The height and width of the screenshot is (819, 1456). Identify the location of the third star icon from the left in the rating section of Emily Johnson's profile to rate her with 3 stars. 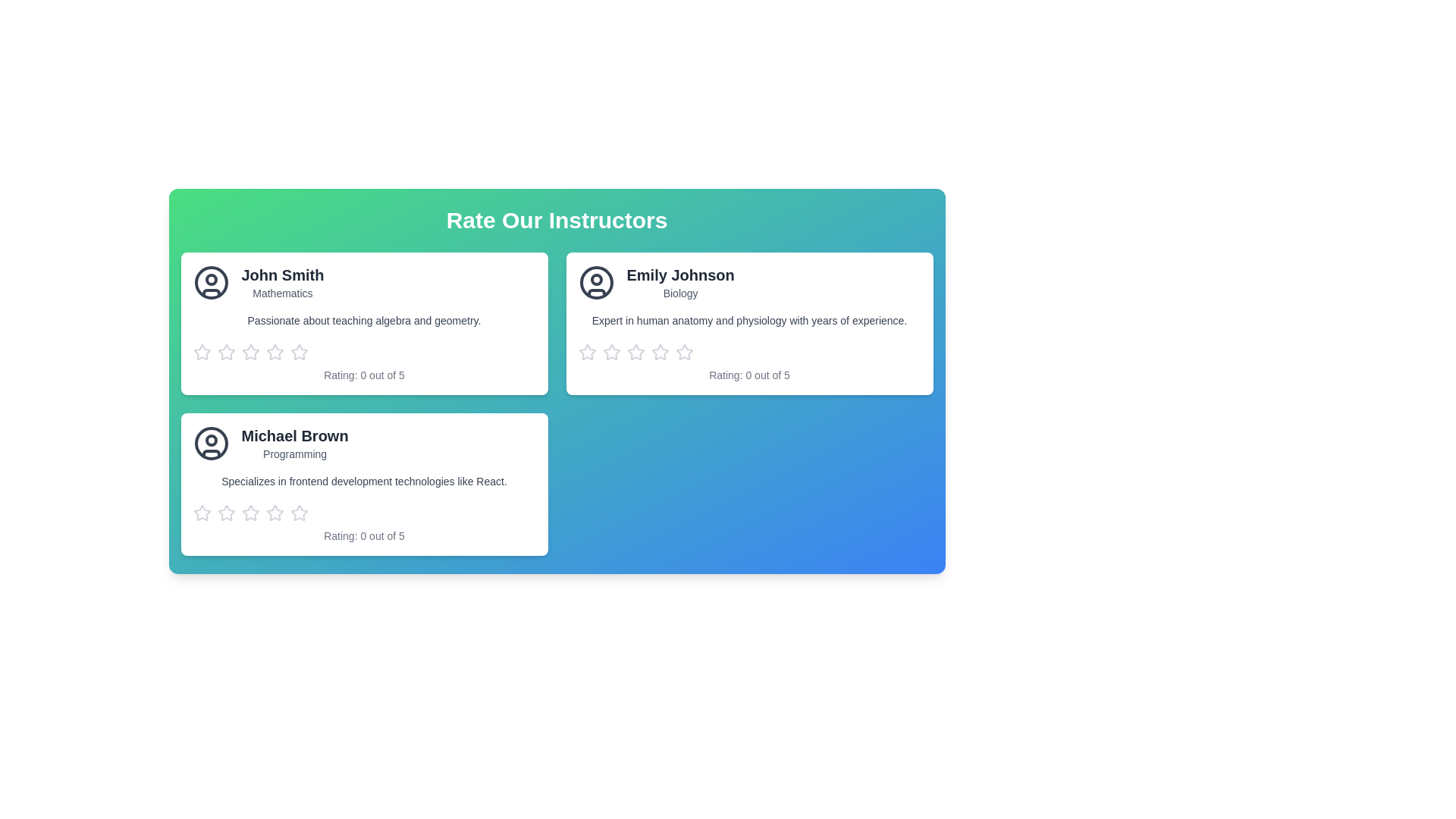
(611, 353).